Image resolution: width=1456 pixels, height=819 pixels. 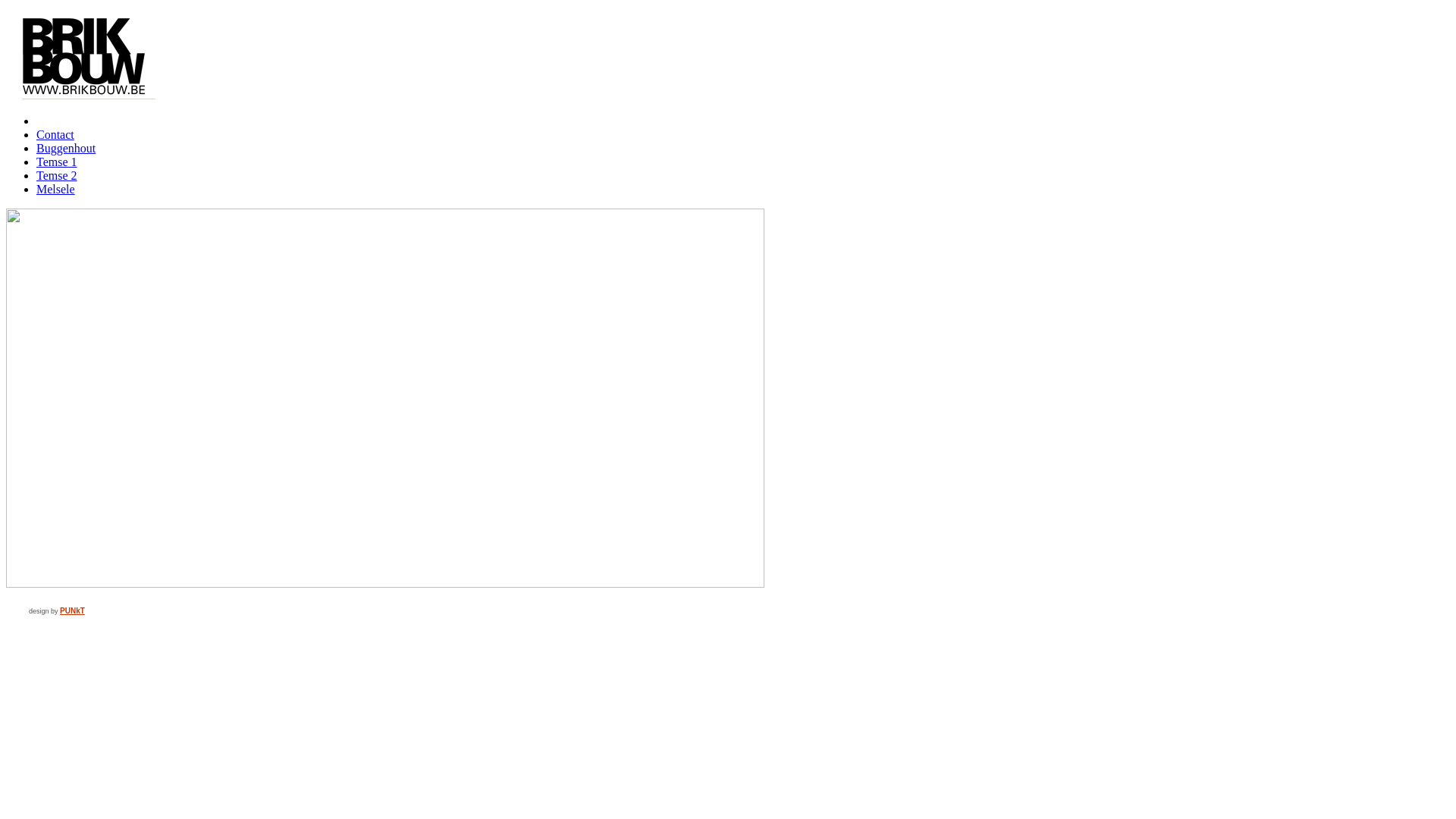 I want to click on 'Temse 1', so click(x=36, y=162).